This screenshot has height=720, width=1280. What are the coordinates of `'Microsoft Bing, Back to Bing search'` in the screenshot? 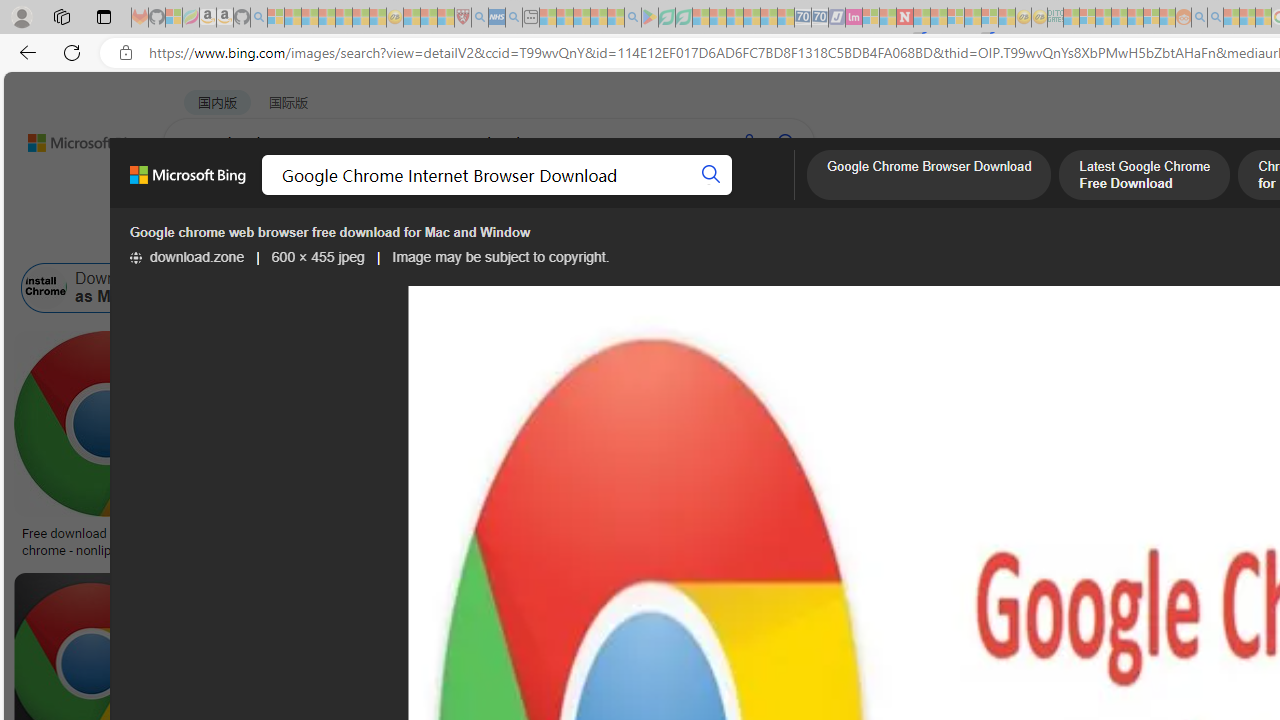 It's located at (188, 183).